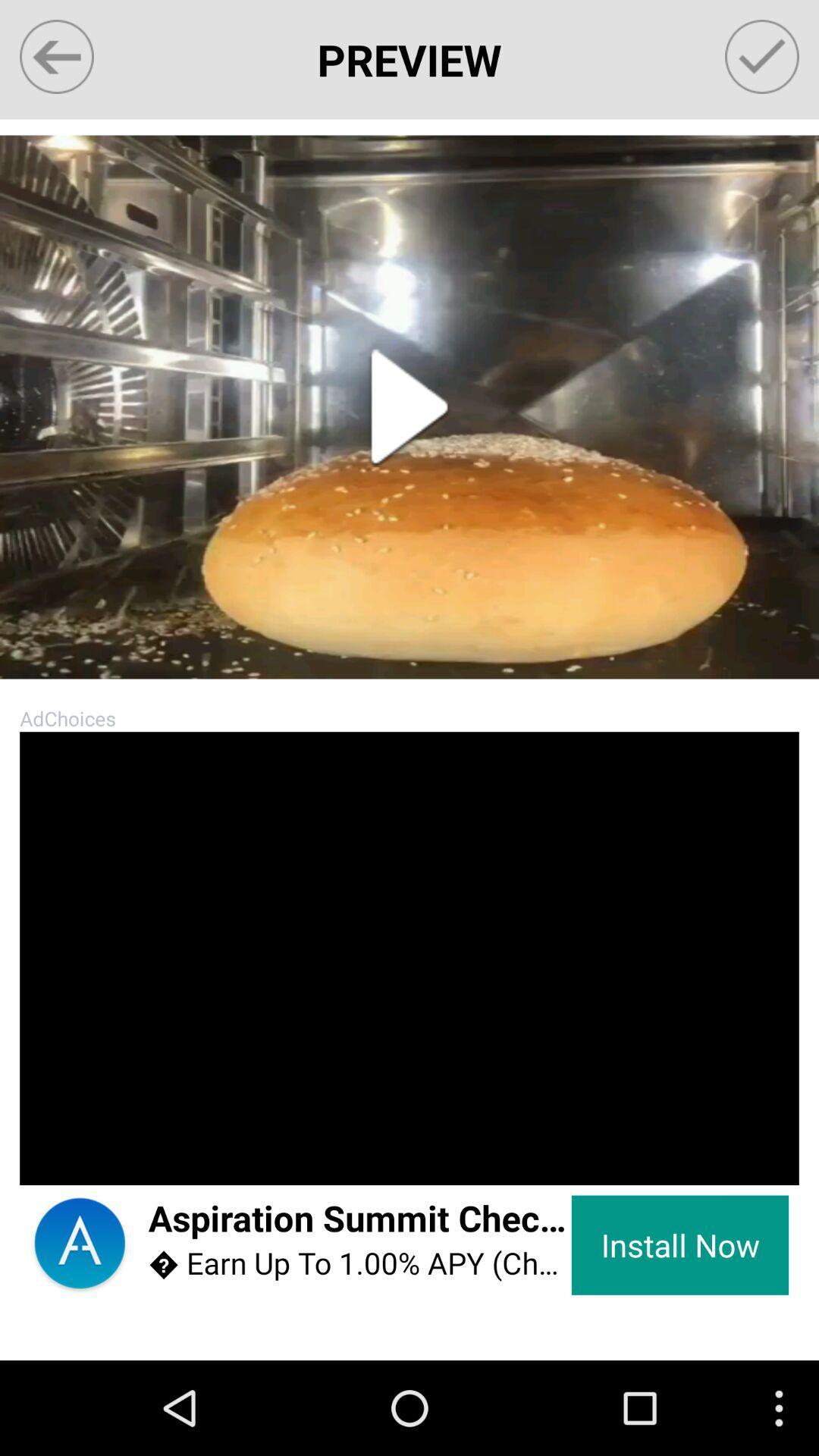 Image resolution: width=819 pixels, height=1456 pixels. Describe the element at coordinates (47, 1156) in the screenshot. I see `the item to the left of aspiration summit checking app` at that location.